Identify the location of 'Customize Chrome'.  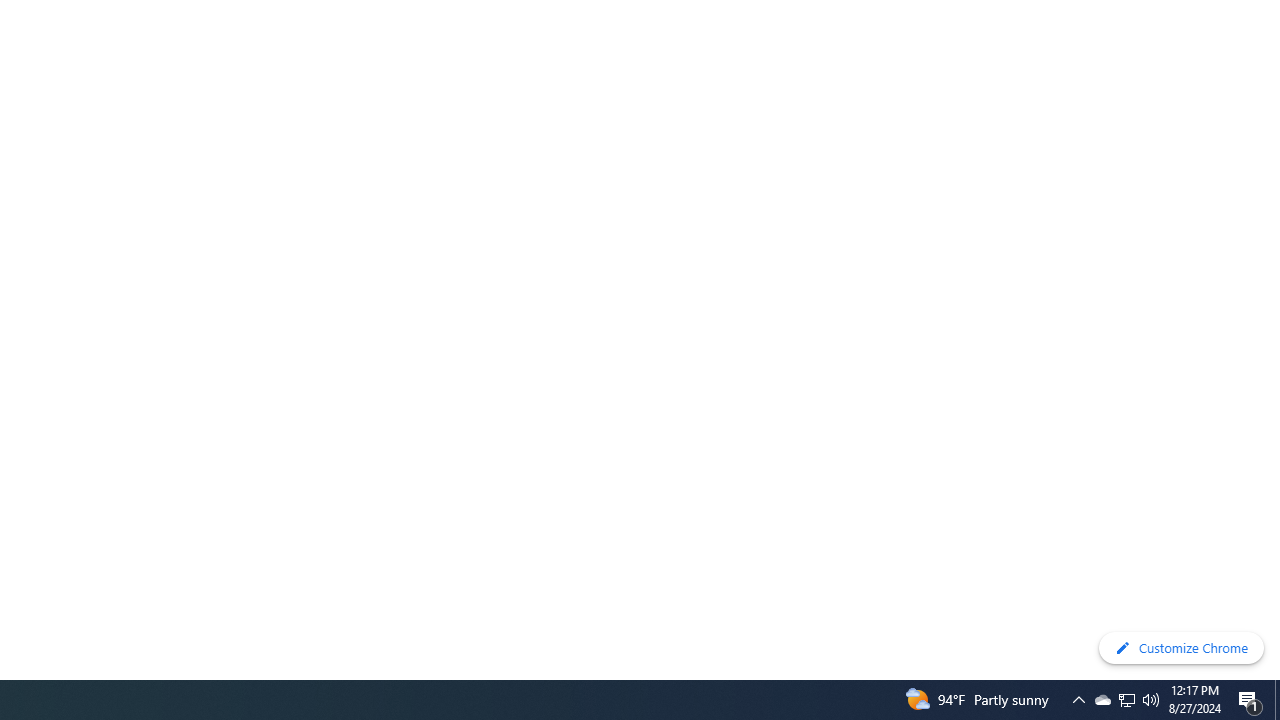
(1181, 648).